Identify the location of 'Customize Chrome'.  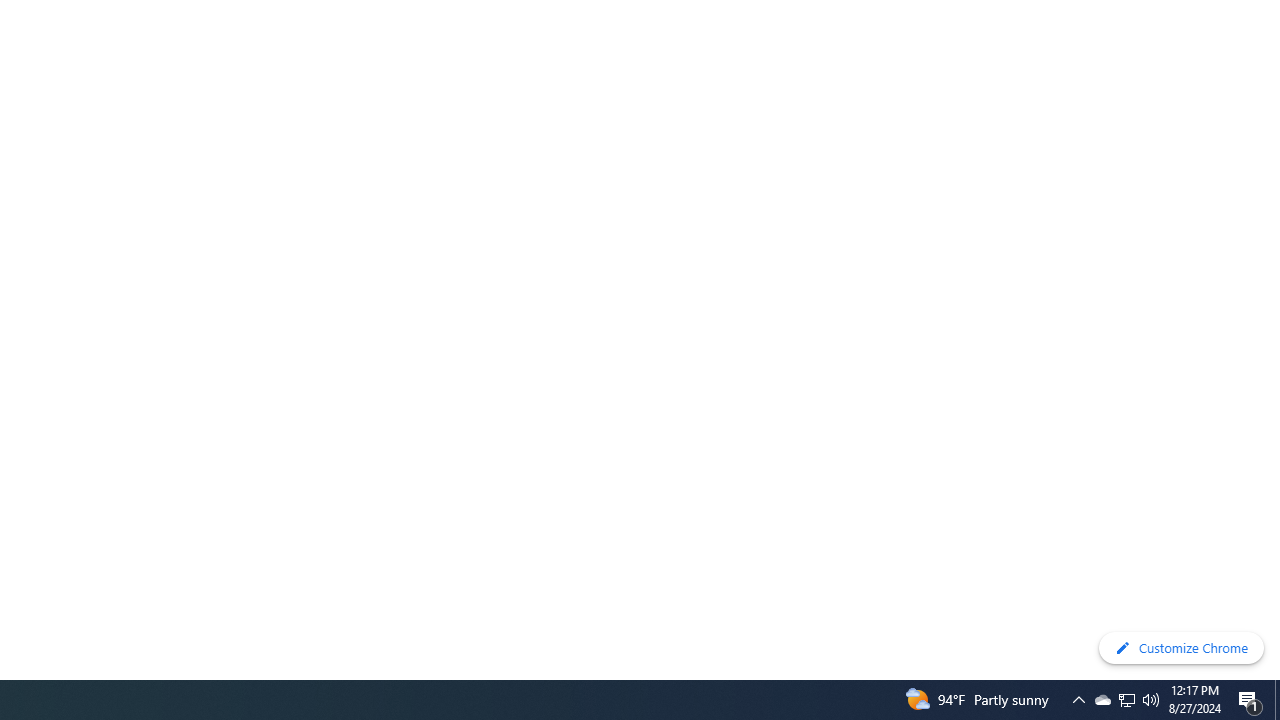
(1181, 648).